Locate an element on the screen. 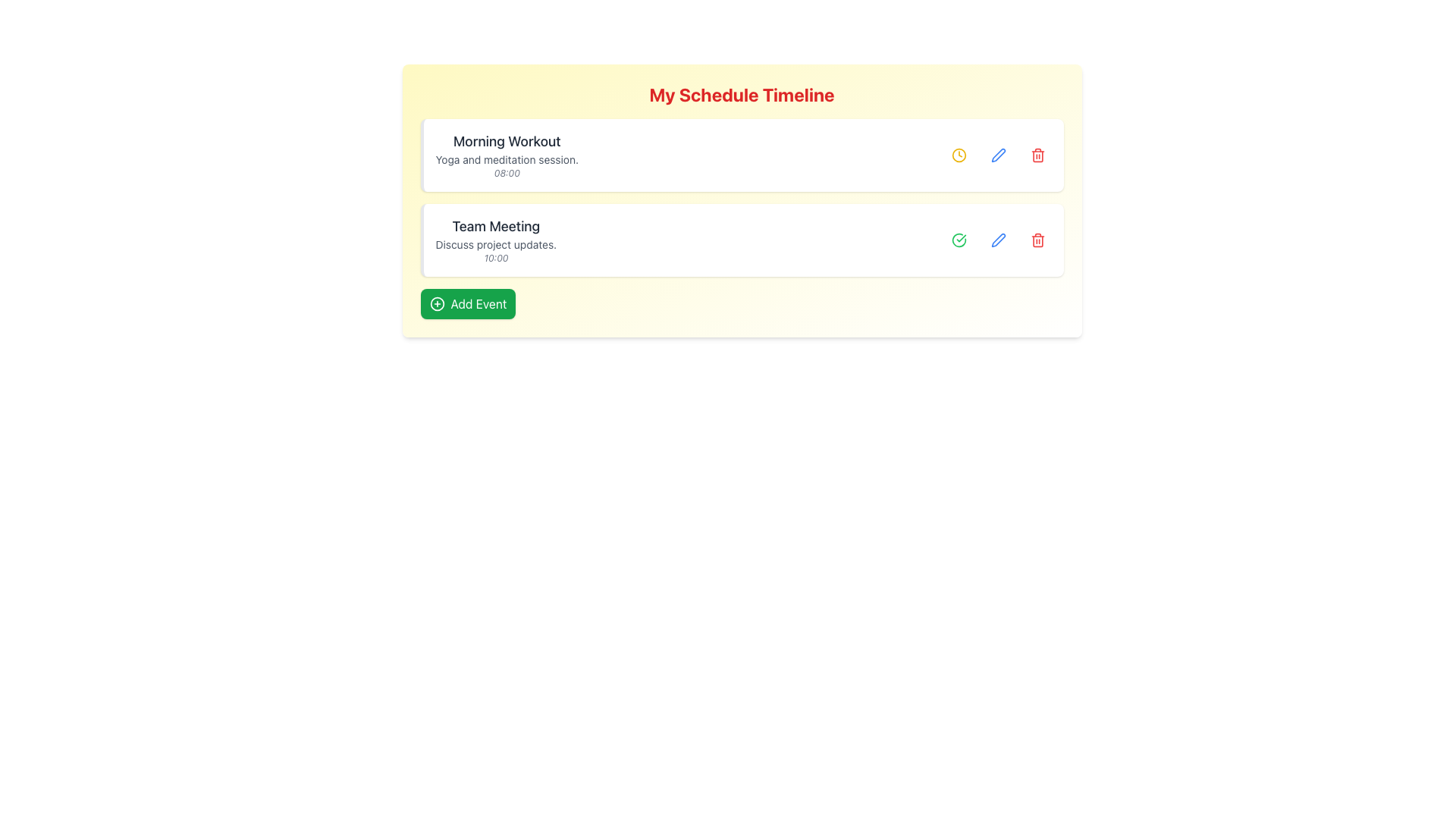 This screenshot has width=1456, height=819. the Text Label that serves as the title for the schedule entry, located within the second schedule block below the 'Morning Workout' schedule block is located at coordinates (496, 227).